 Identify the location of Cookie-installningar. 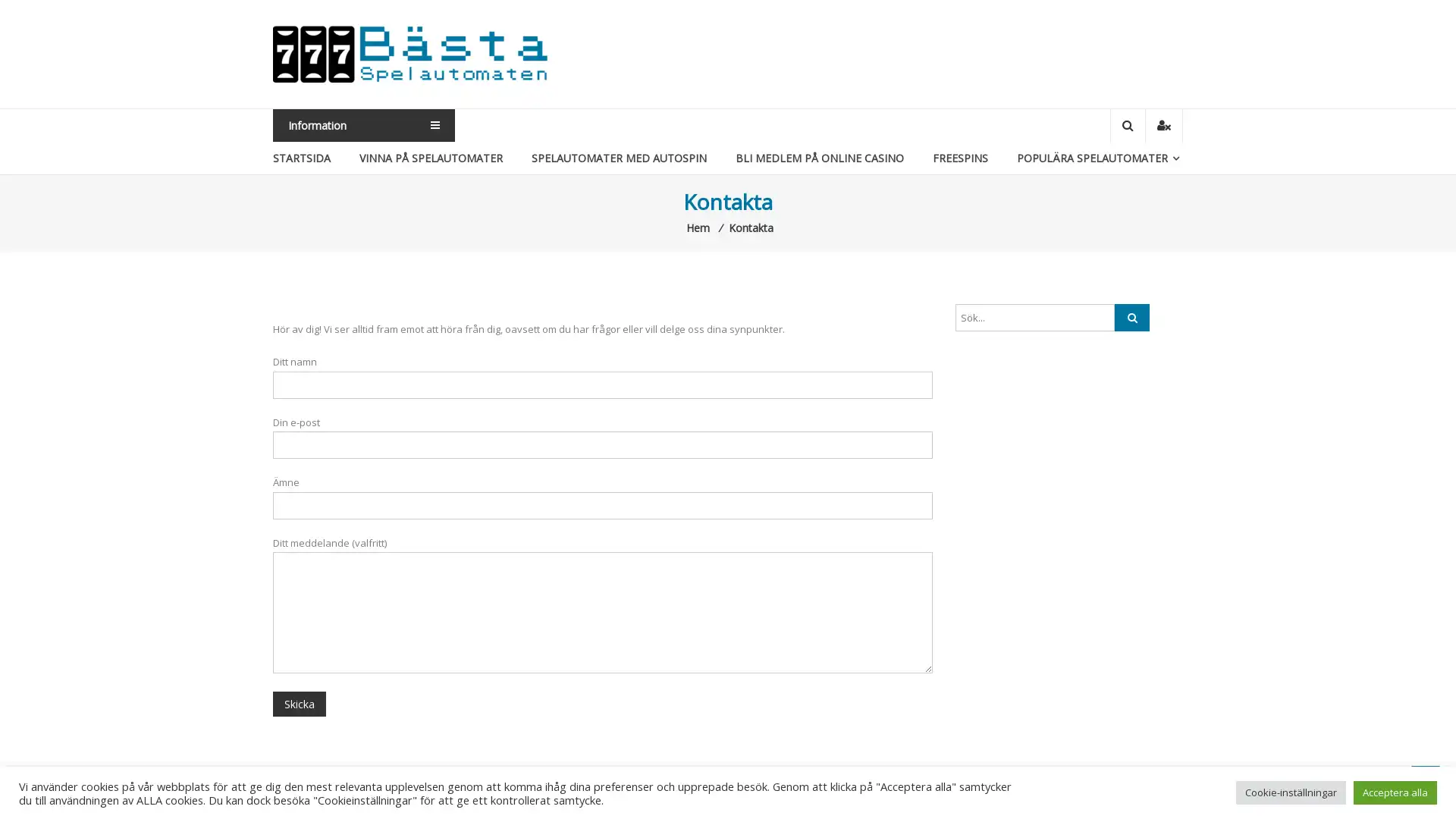
(1290, 792).